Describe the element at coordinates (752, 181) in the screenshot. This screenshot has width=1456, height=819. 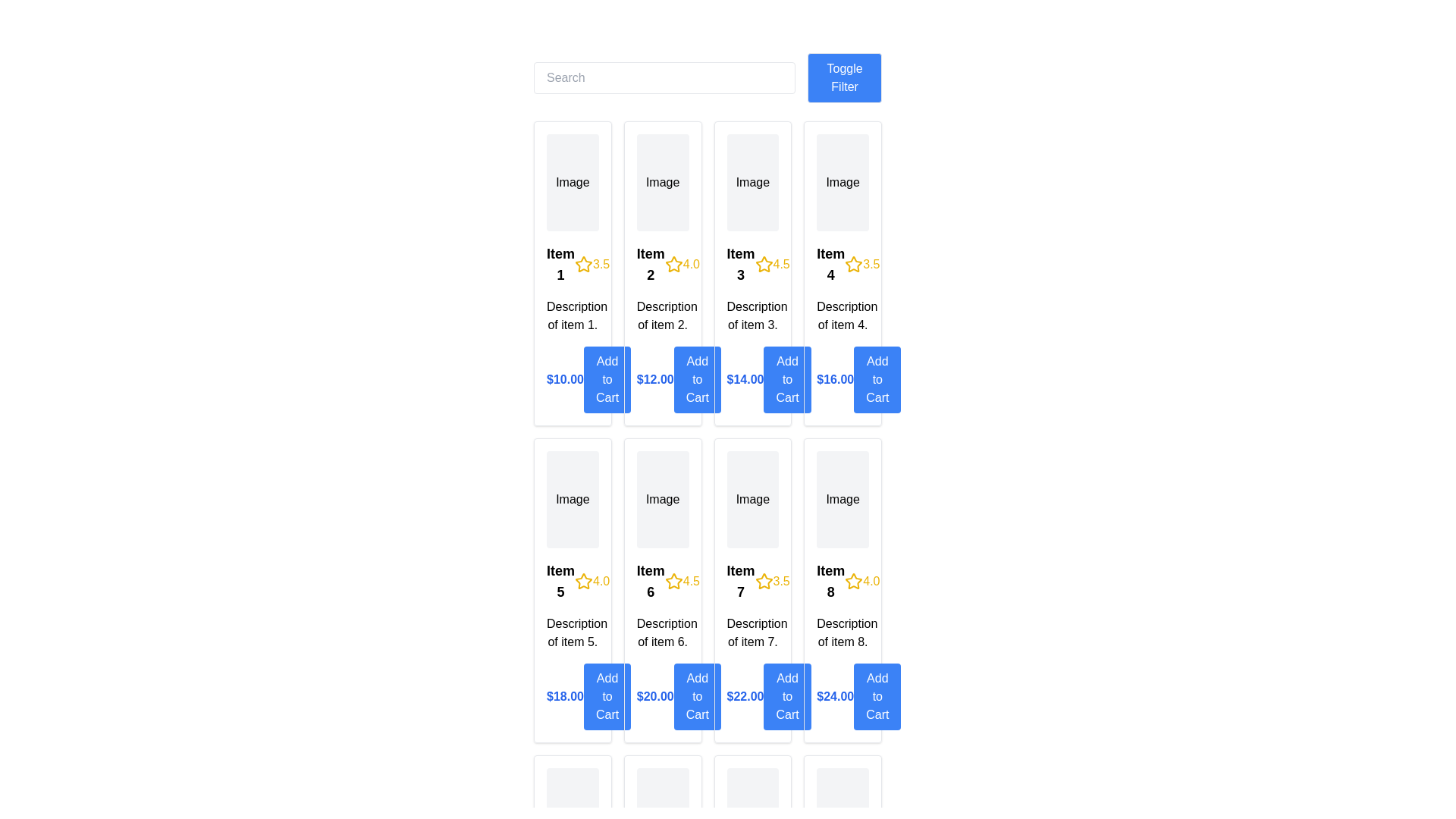
I see `the placeholder for the image associated with 'Item 3', which is located in the third column of the grid layout` at that location.